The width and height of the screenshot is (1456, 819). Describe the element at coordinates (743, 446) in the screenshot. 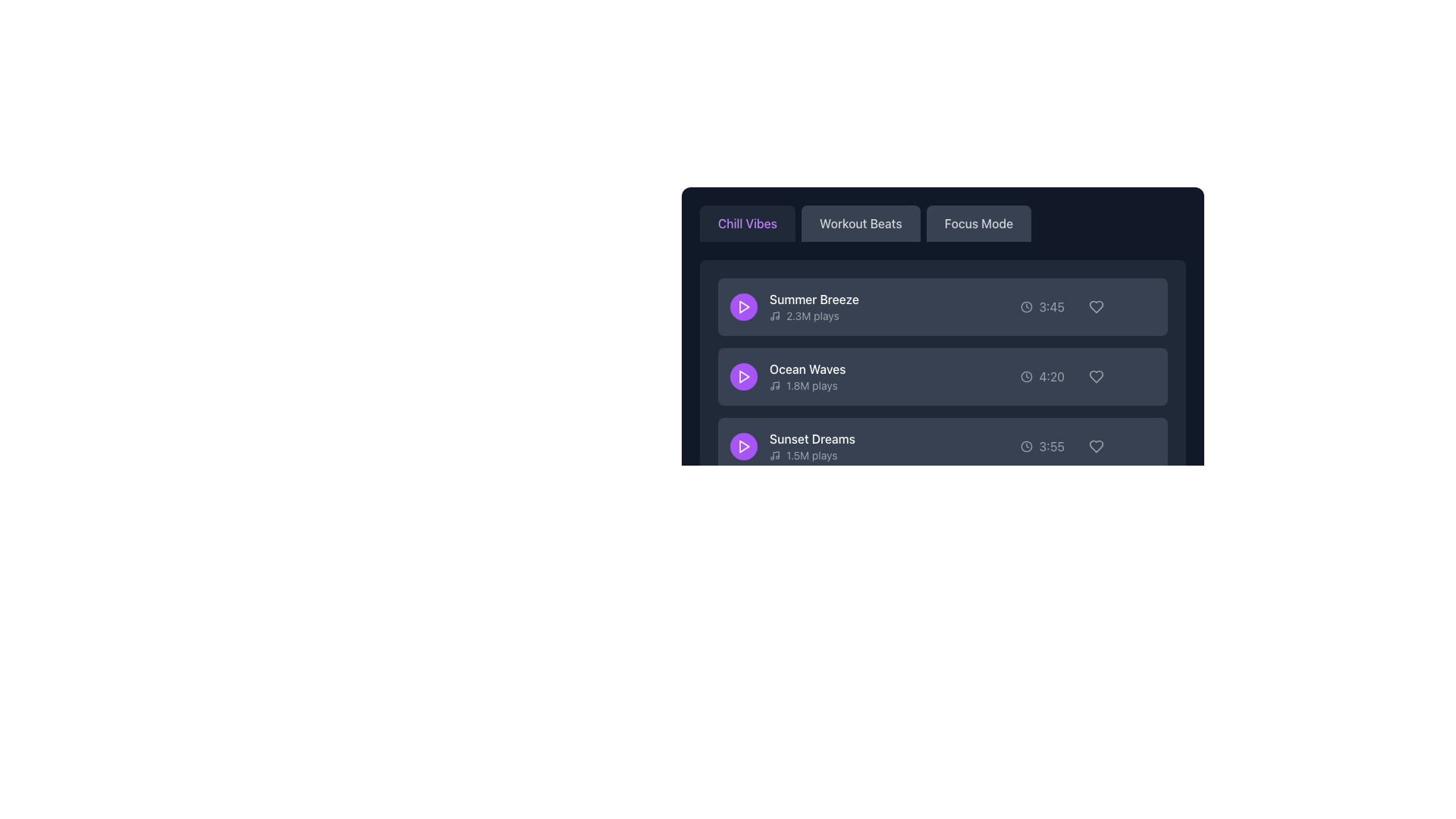

I see `the circular purple button with a white play icon` at that location.